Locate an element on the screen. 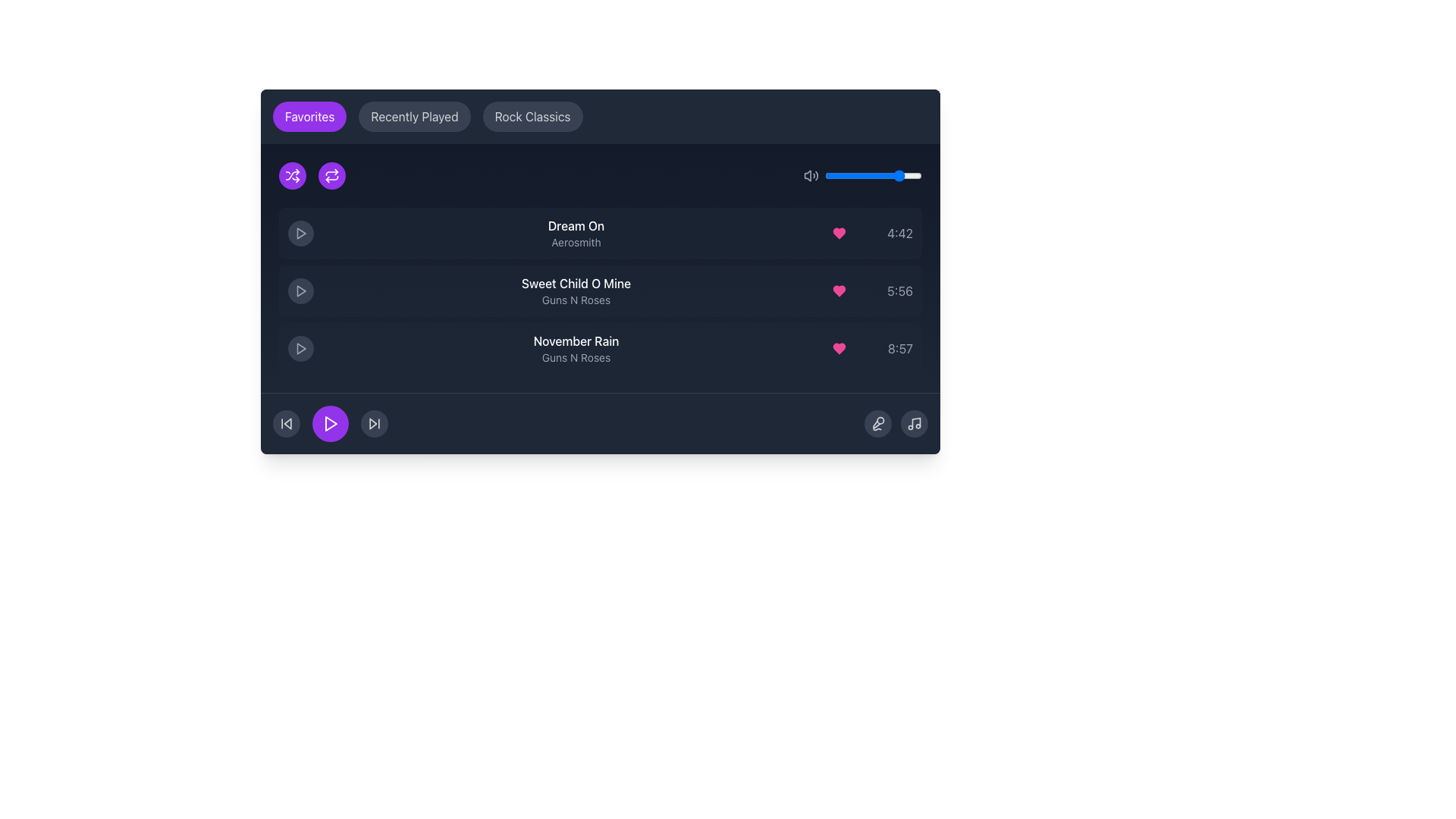  the pink heart icon representing favorite status, located in the Favorites section of the music interface is located at coordinates (839, 348).